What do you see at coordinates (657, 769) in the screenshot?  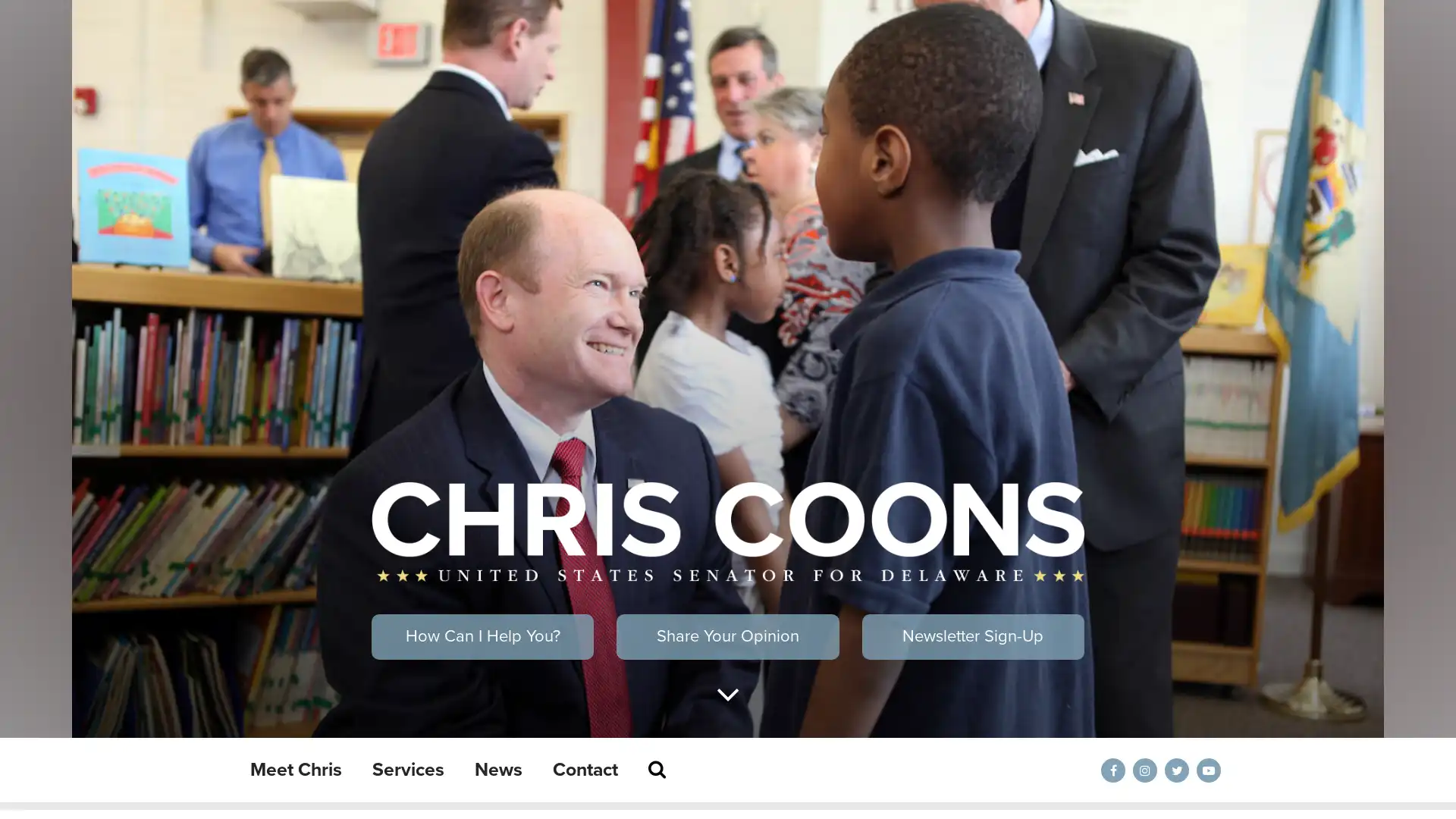 I see `Search` at bounding box center [657, 769].